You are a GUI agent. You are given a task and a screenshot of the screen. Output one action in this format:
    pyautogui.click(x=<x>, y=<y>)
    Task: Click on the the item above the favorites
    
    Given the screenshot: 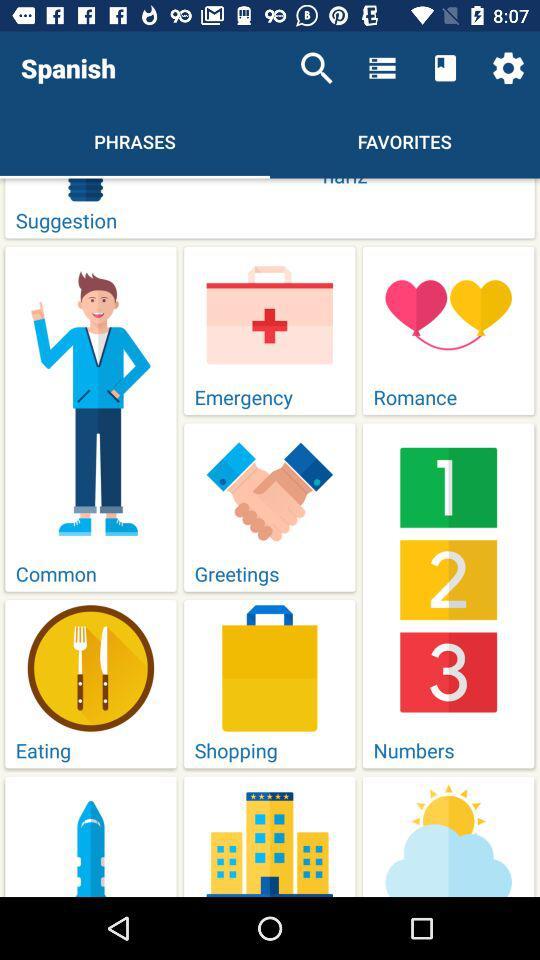 What is the action you would take?
    pyautogui.click(x=382, y=68)
    